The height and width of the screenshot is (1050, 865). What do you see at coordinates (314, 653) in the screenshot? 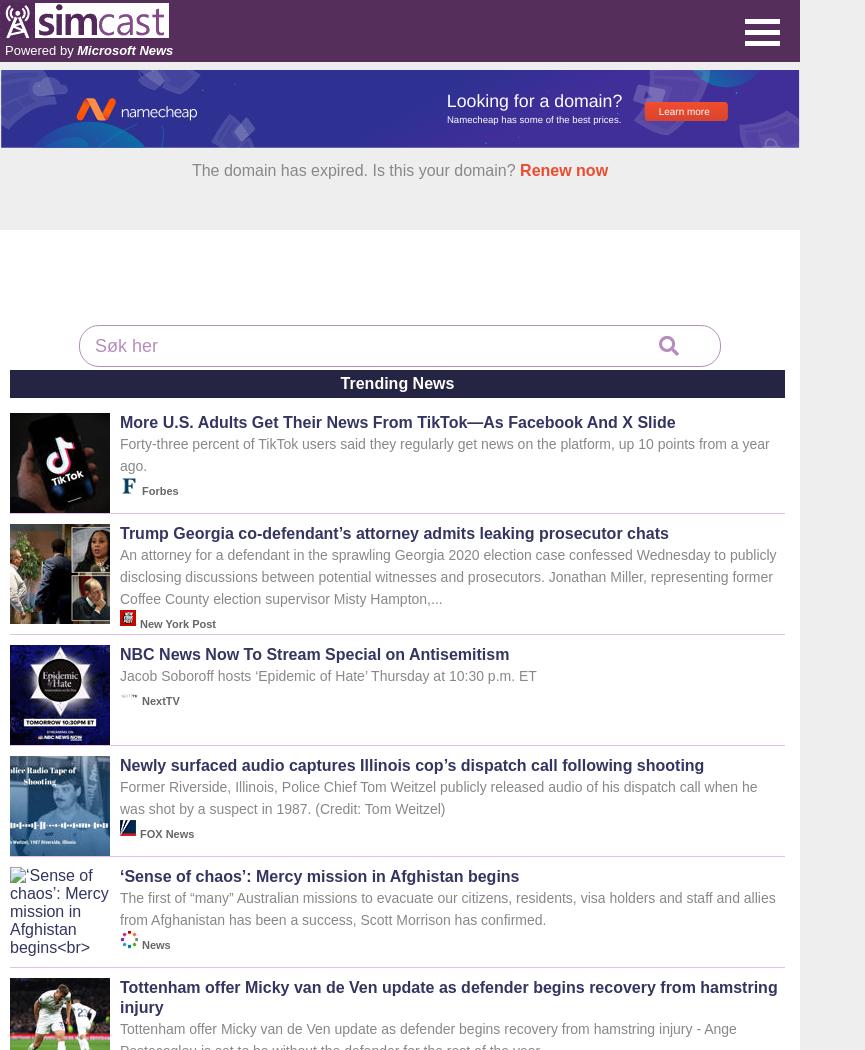
I see `'NBC News Now To Stream Special on Antisemitism'` at bounding box center [314, 653].